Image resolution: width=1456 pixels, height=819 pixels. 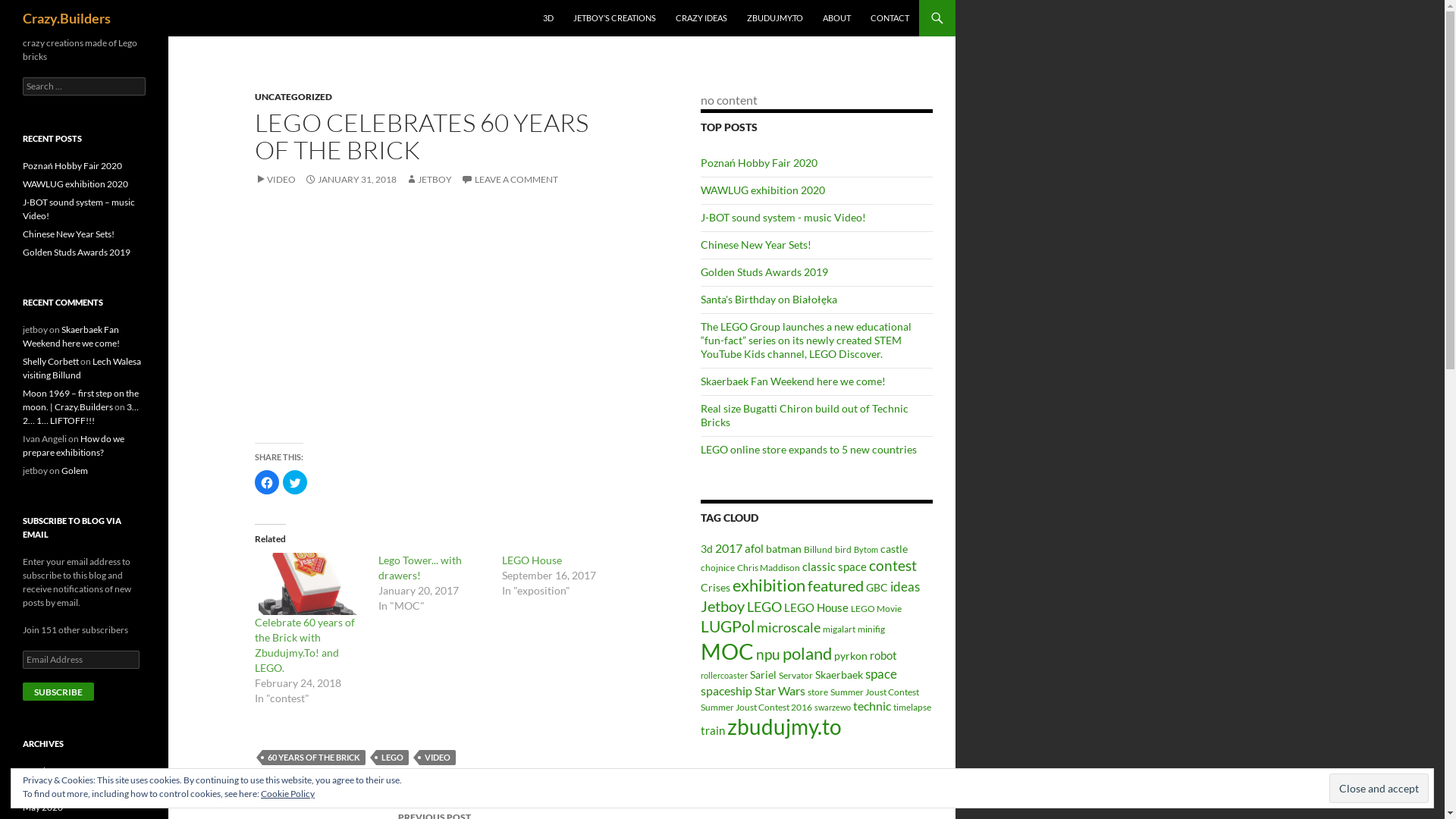 What do you see at coordinates (293, 96) in the screenshot?
I see `'UNCATEGORIZED'` at bounding box center [293, 96].